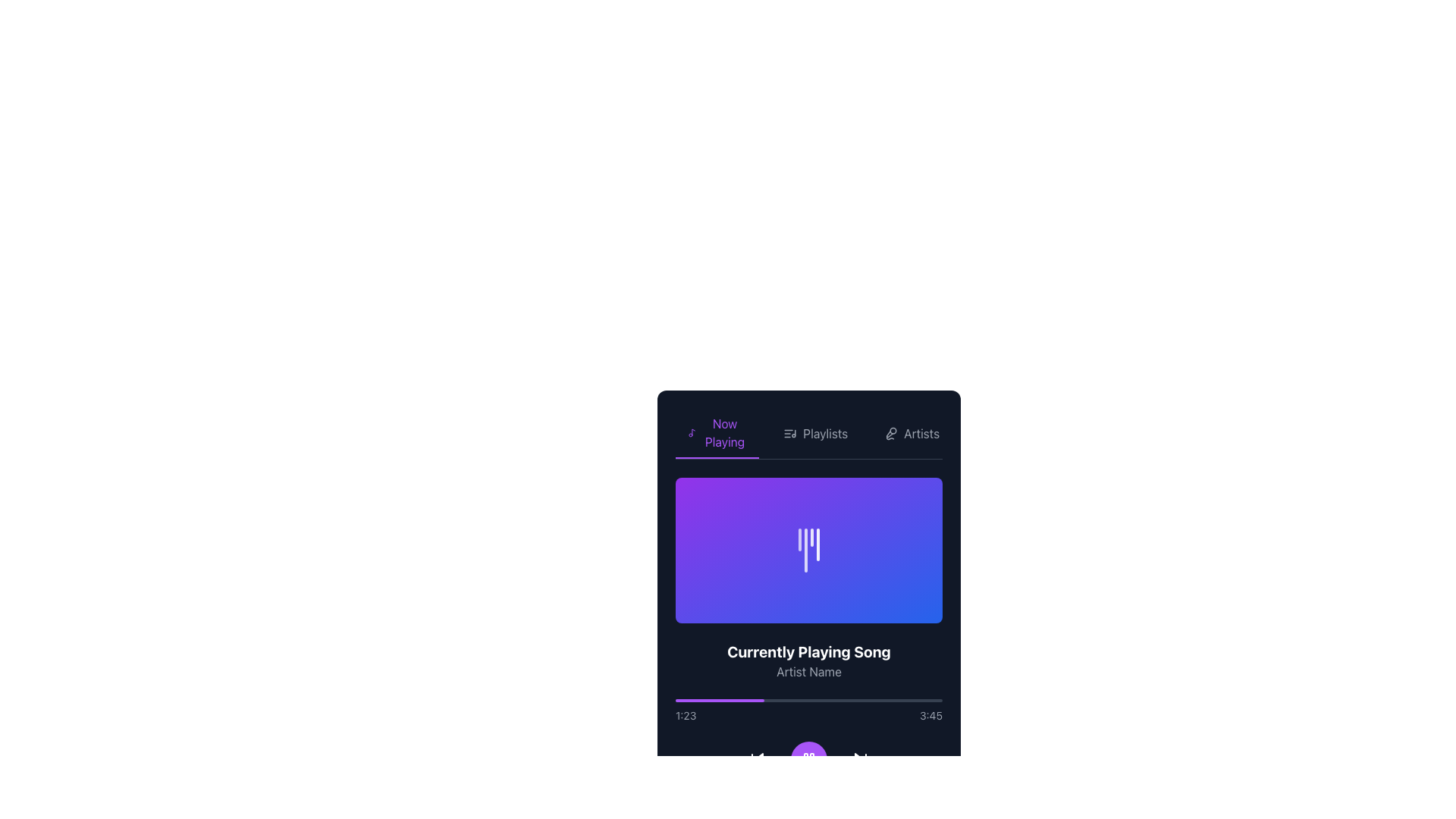 This screenshot has height=819, width=1456. I want to click on the skip backward button, which is an icon button with a minimal design and stroke outline, located to the left of the play button in the playback controls, so click(757, 760).